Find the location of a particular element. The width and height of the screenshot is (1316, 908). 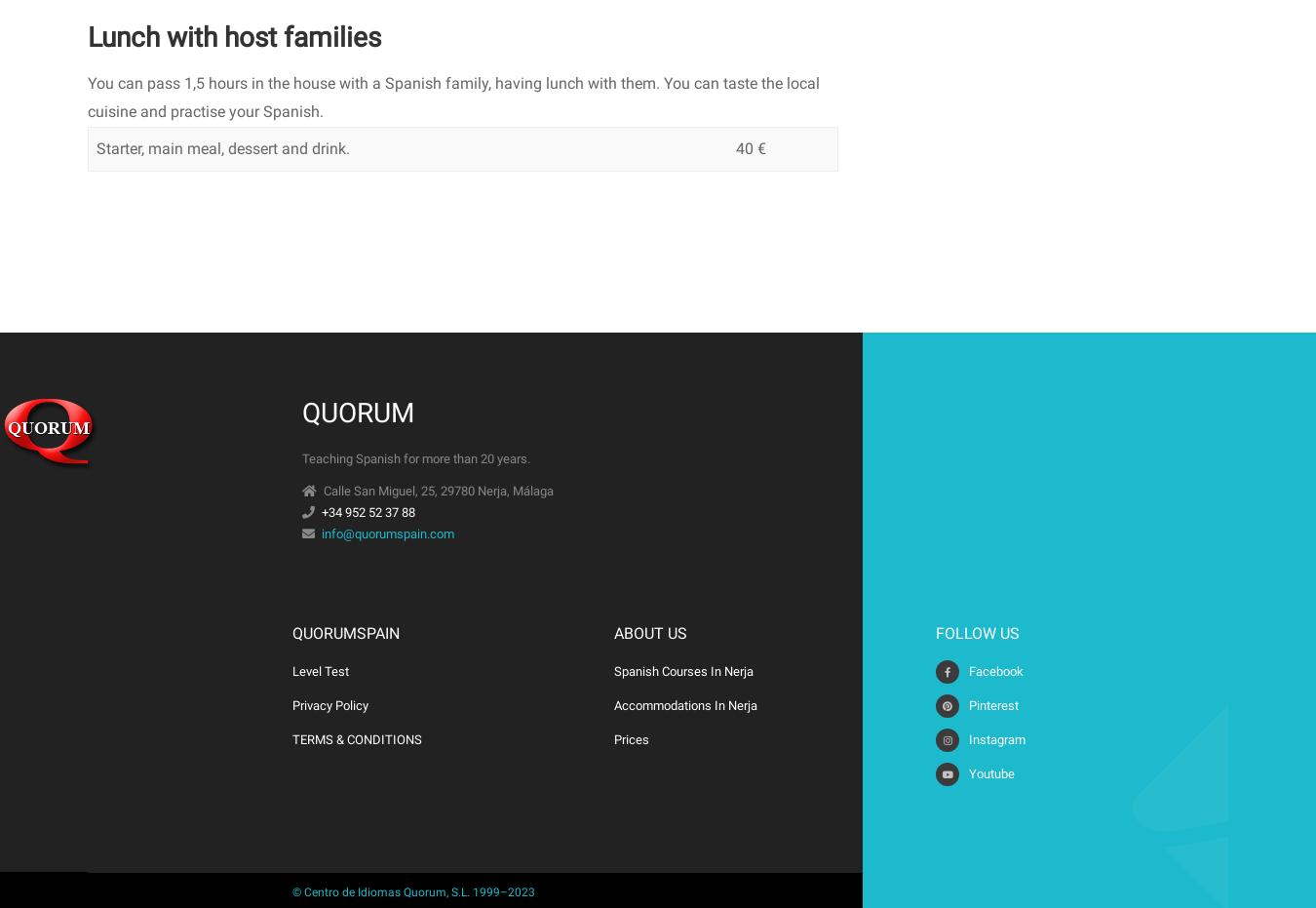

'Starter, main meal, dessert and drink.' is located at coordinates (221, 146).